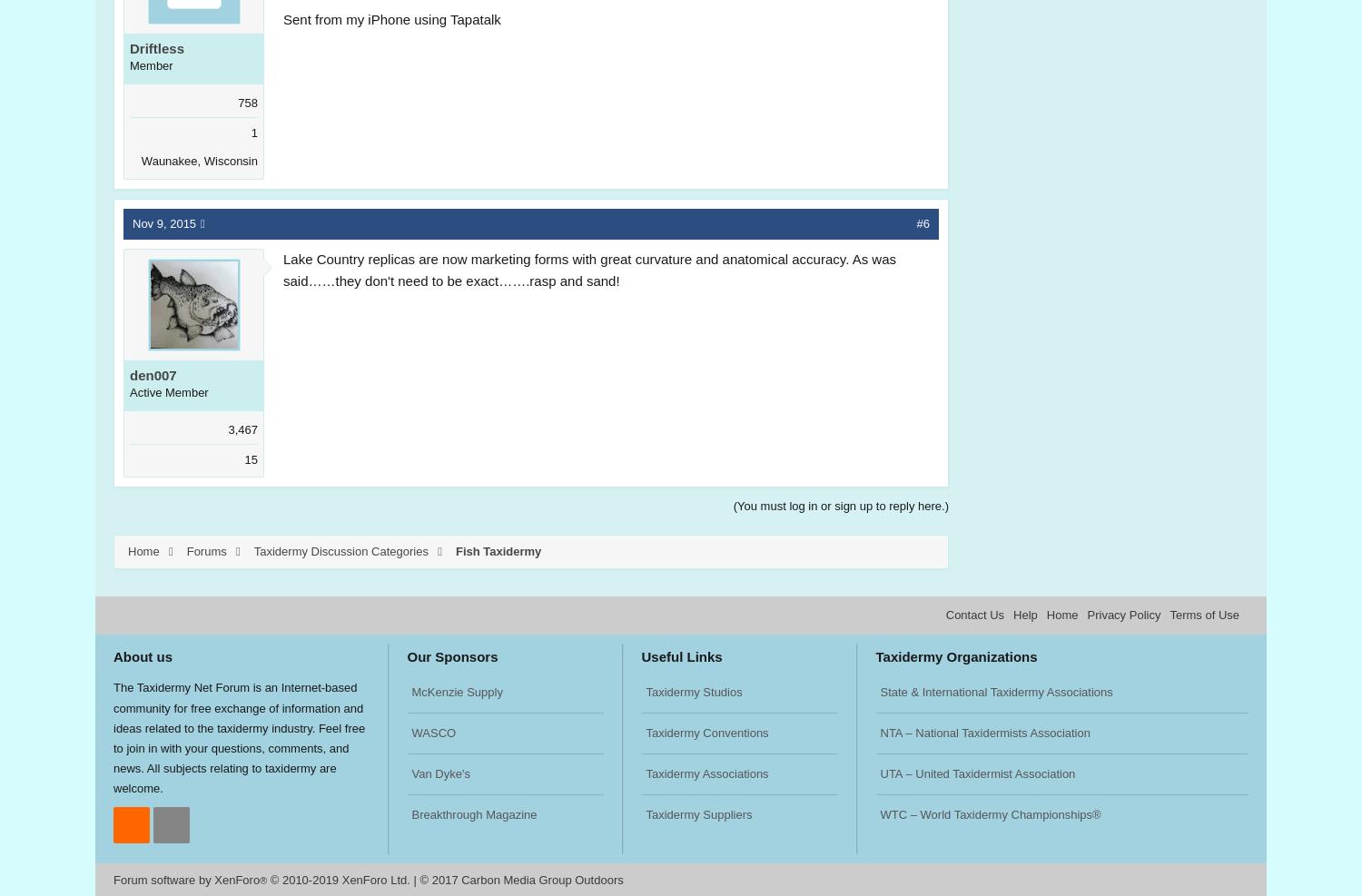 This screenshot has height=896, width=1362. Describe the element at coordinates (518, 879) in the screenshot. I see `'© 2017 Carbon Media Group Outdoors'` at that location.